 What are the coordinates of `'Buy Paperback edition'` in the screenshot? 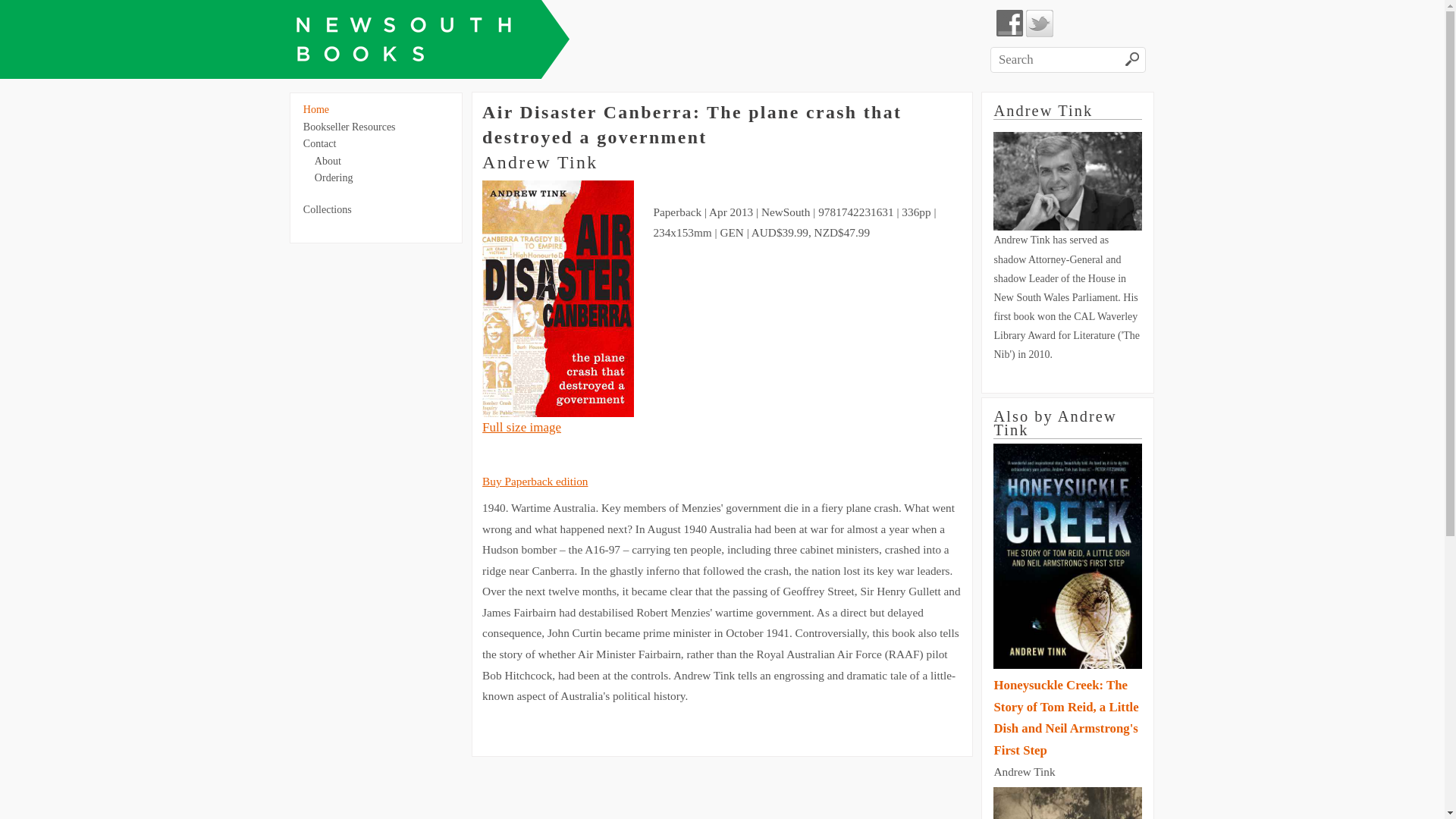 It's located at (535, 481).